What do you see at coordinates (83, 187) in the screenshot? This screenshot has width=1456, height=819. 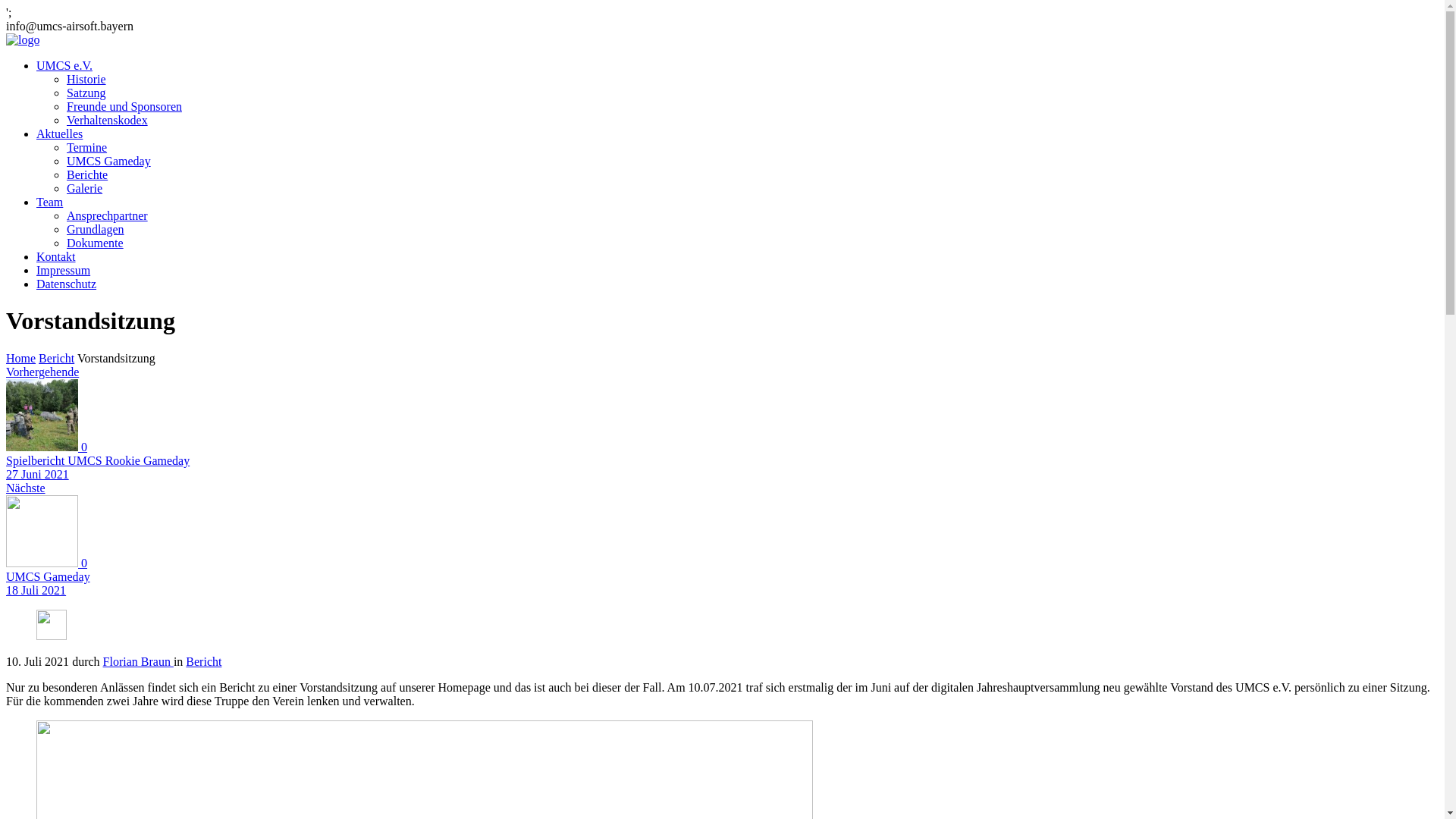 I see `'Galerie'` at bounding box center [83, 187].